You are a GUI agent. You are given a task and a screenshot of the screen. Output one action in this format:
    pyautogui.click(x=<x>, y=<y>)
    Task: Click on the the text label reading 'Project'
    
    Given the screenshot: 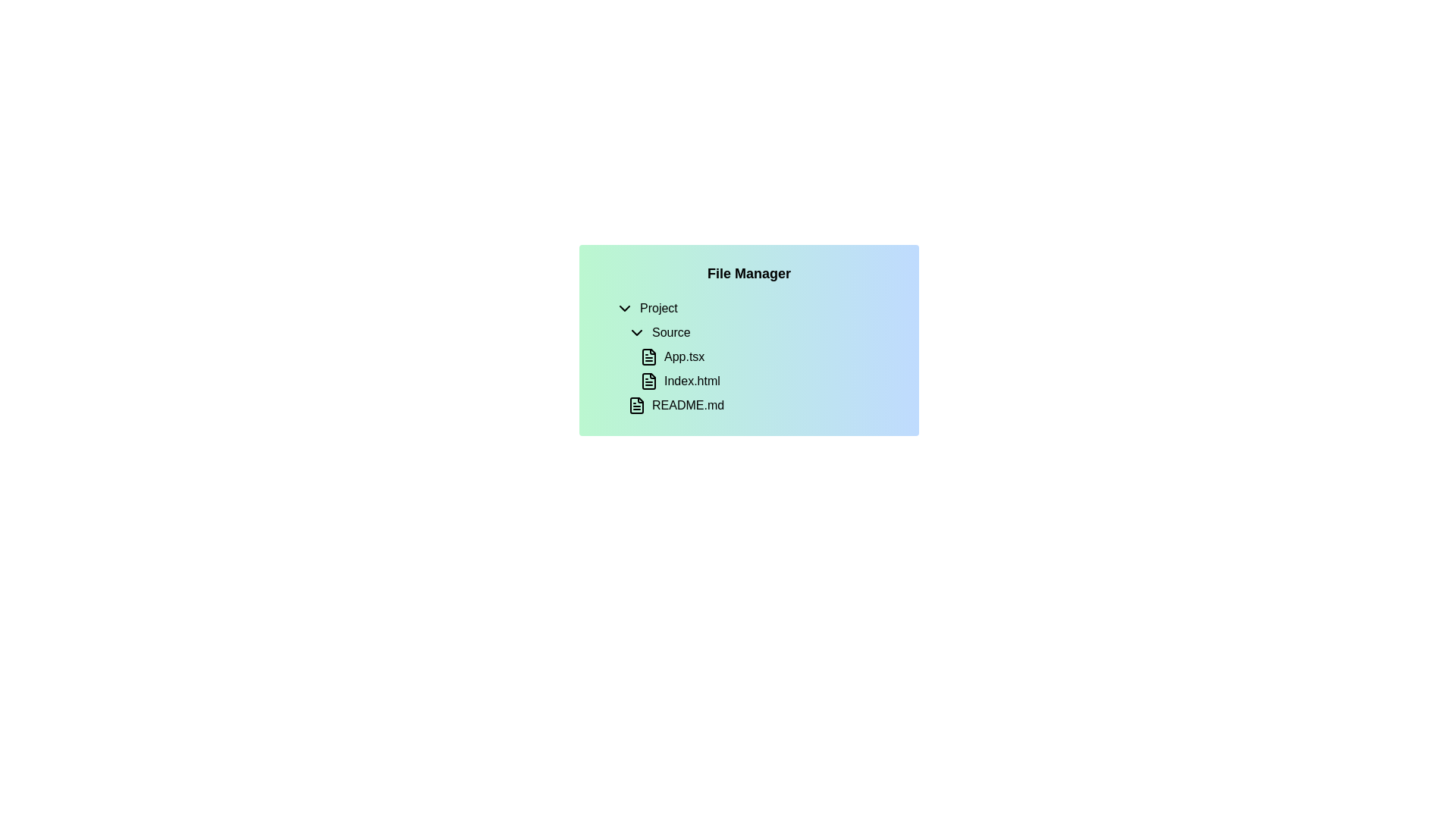 What is the action you would take?
    pyautogui.click(x=658, y=308)
    